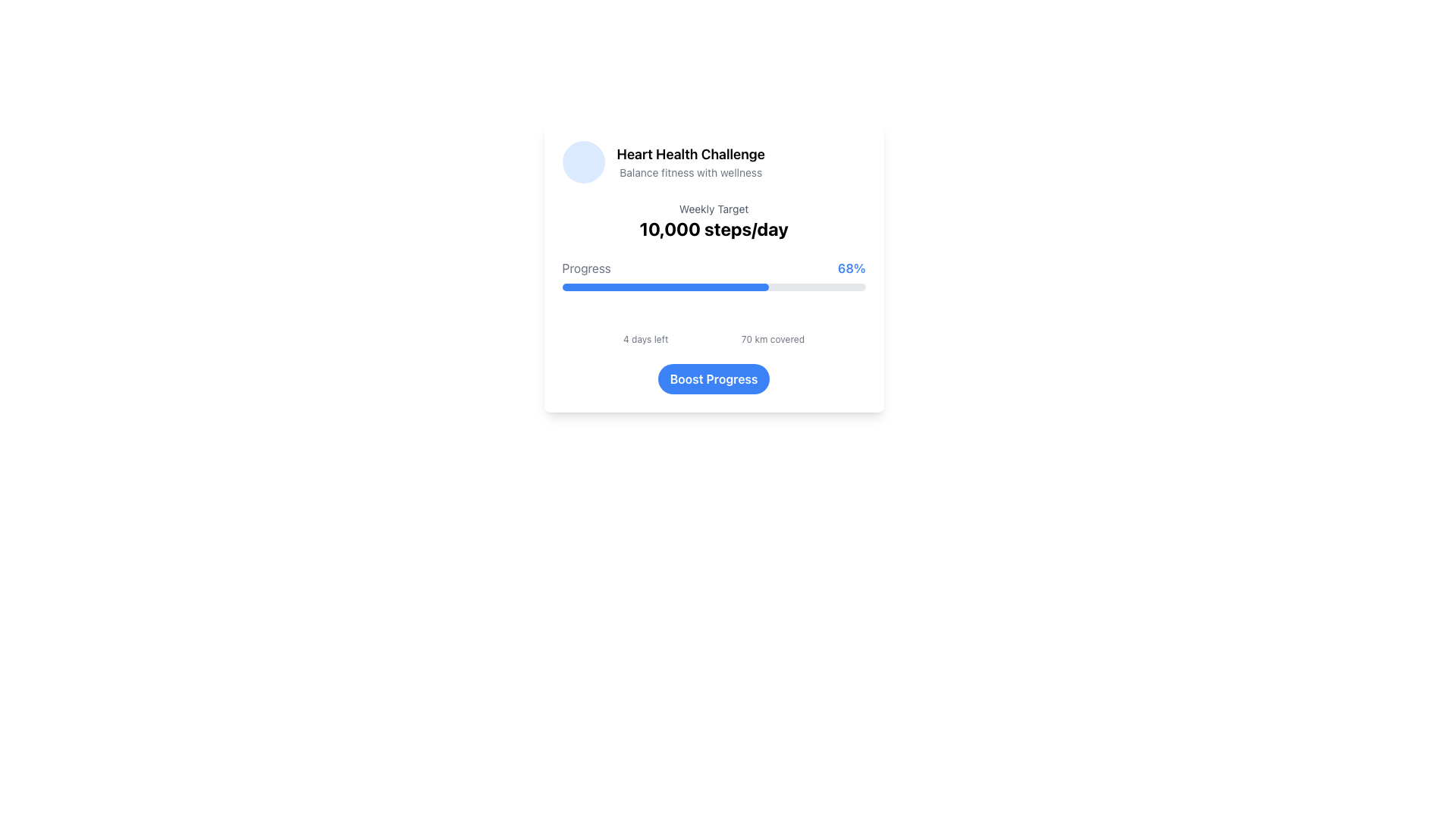 The width and height of the screenshot is (1456, 819). What do you see at coordinates (852, 268) in the screenshot?
I see `the progress percentage label located to the right of the 'Progress' section to provide visual feedback to the user` at bounding box center [852, 268].